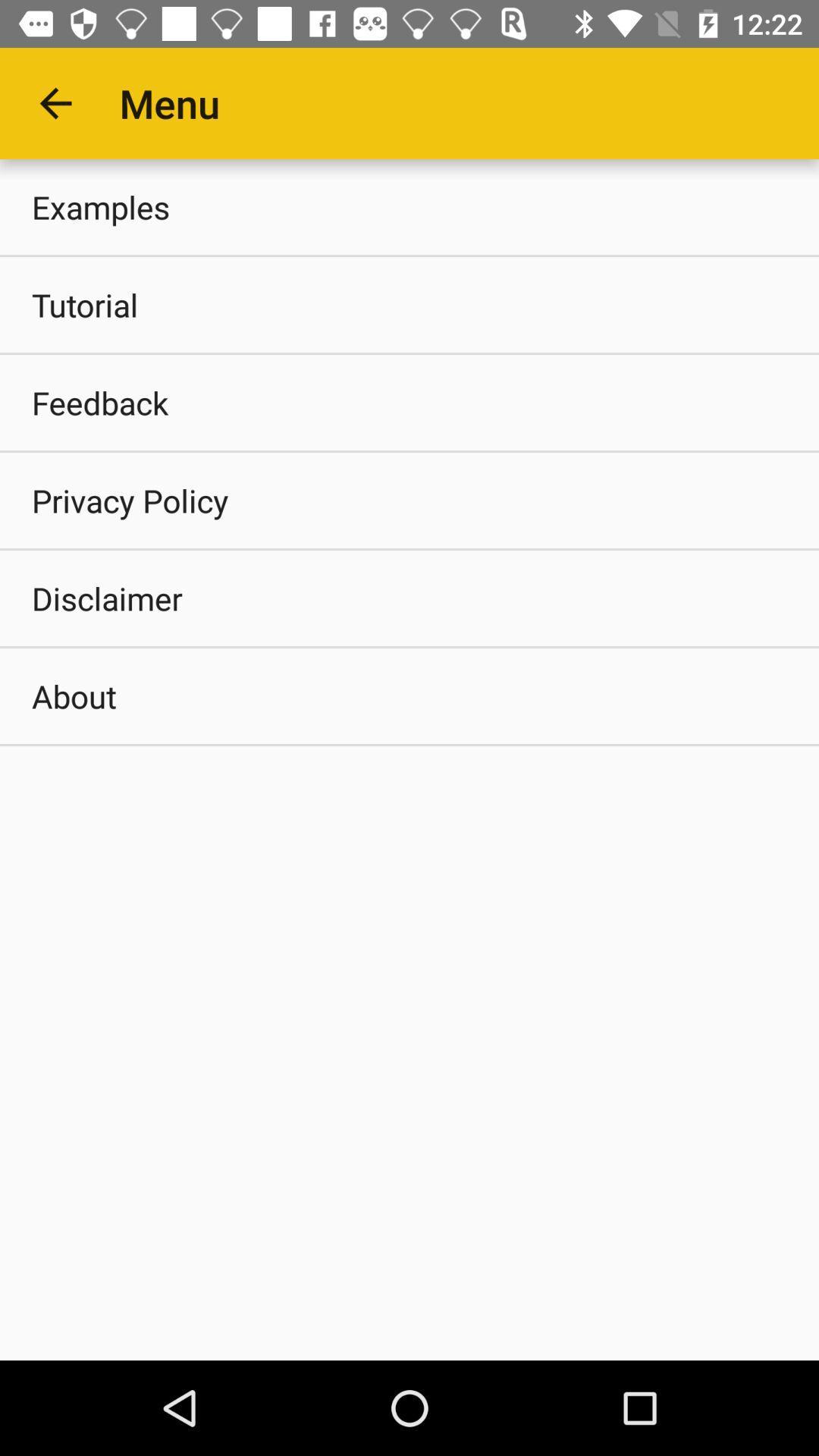  Describe the element at coordinates (409, 500) in the screenshot. I see `the privacy policy` at that location.